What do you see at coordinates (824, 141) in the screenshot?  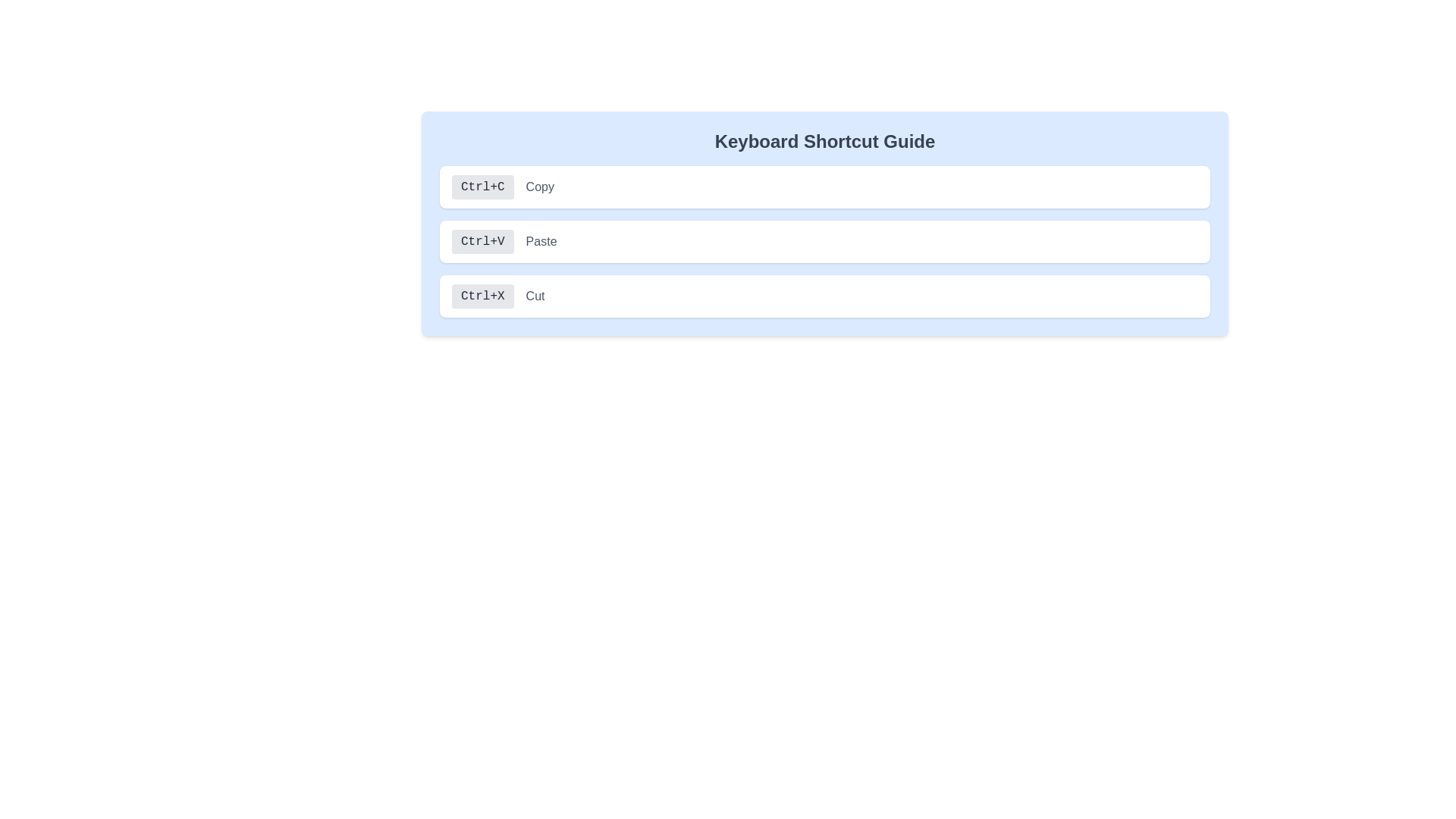 I see `the Text heading that indicates the topic of the keyboard shortcuts guide, positioned at the top of the highlighted box` at bounding box center [824, 141].